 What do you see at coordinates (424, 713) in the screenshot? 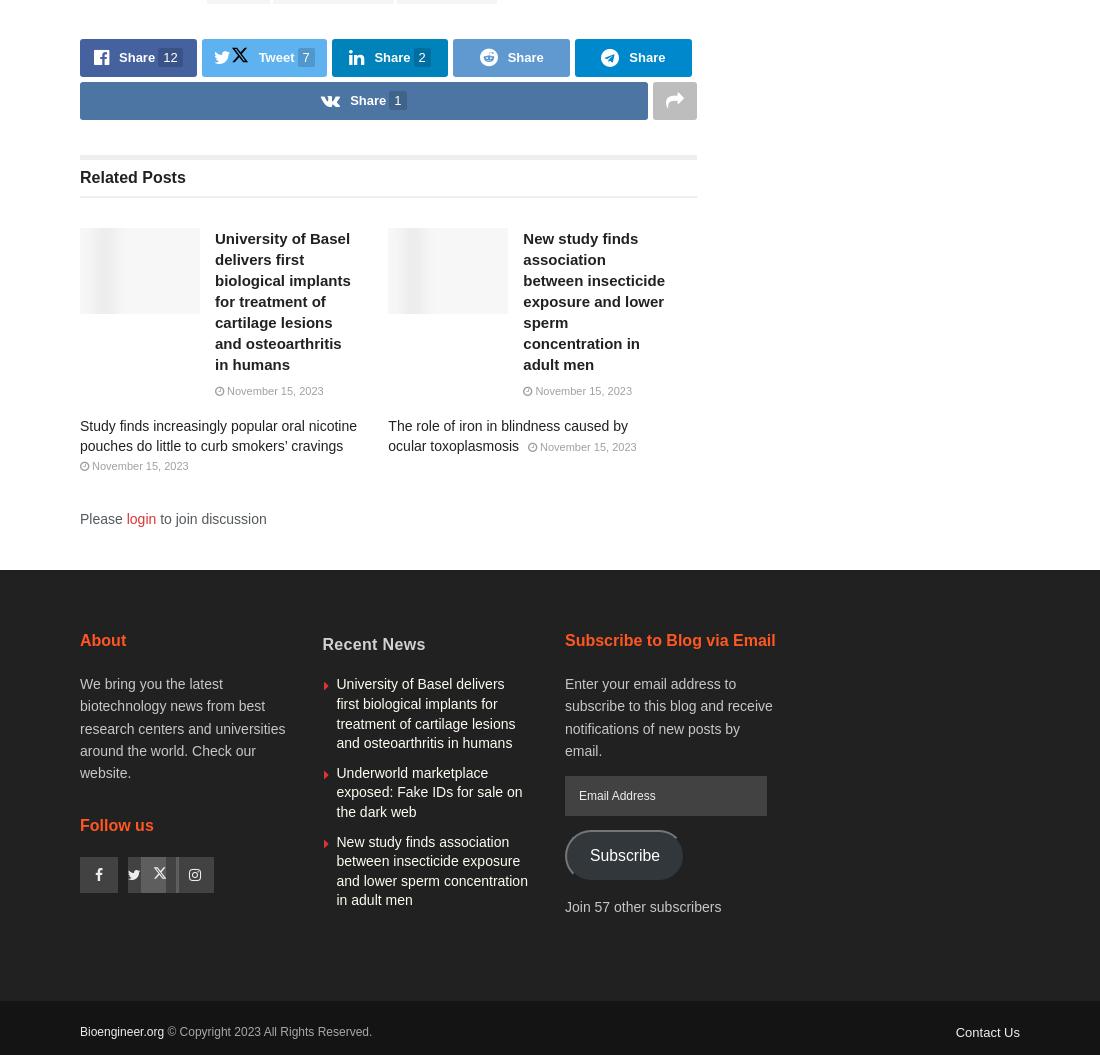
I see `'University of Basel delivers first biological implants for treatment of cartilage lesions and osteoarthritis in humans'` at bounding box center [424, 713].